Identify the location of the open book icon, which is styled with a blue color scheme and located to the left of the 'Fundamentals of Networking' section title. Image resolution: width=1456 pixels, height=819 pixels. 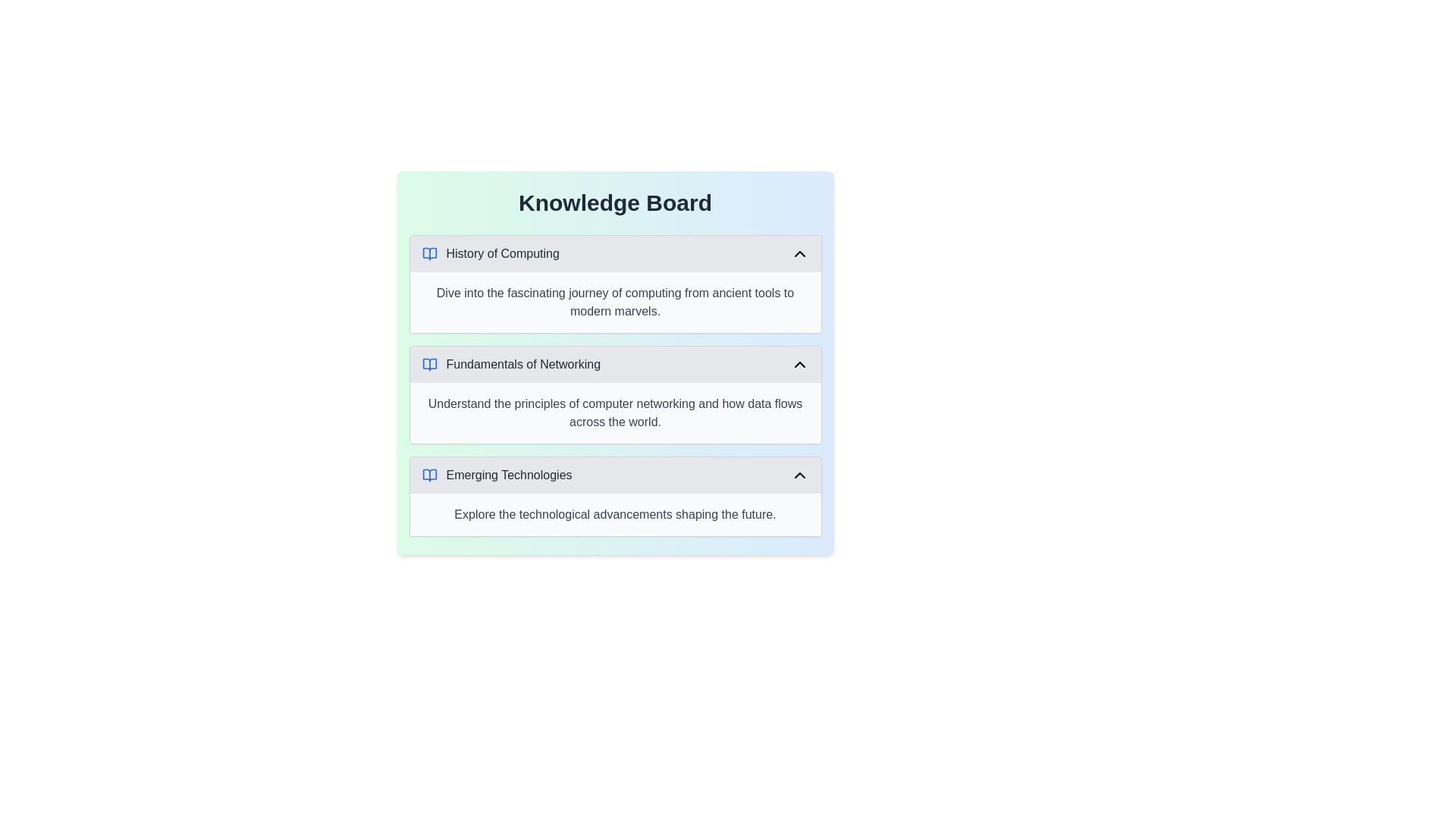
(428, 365).